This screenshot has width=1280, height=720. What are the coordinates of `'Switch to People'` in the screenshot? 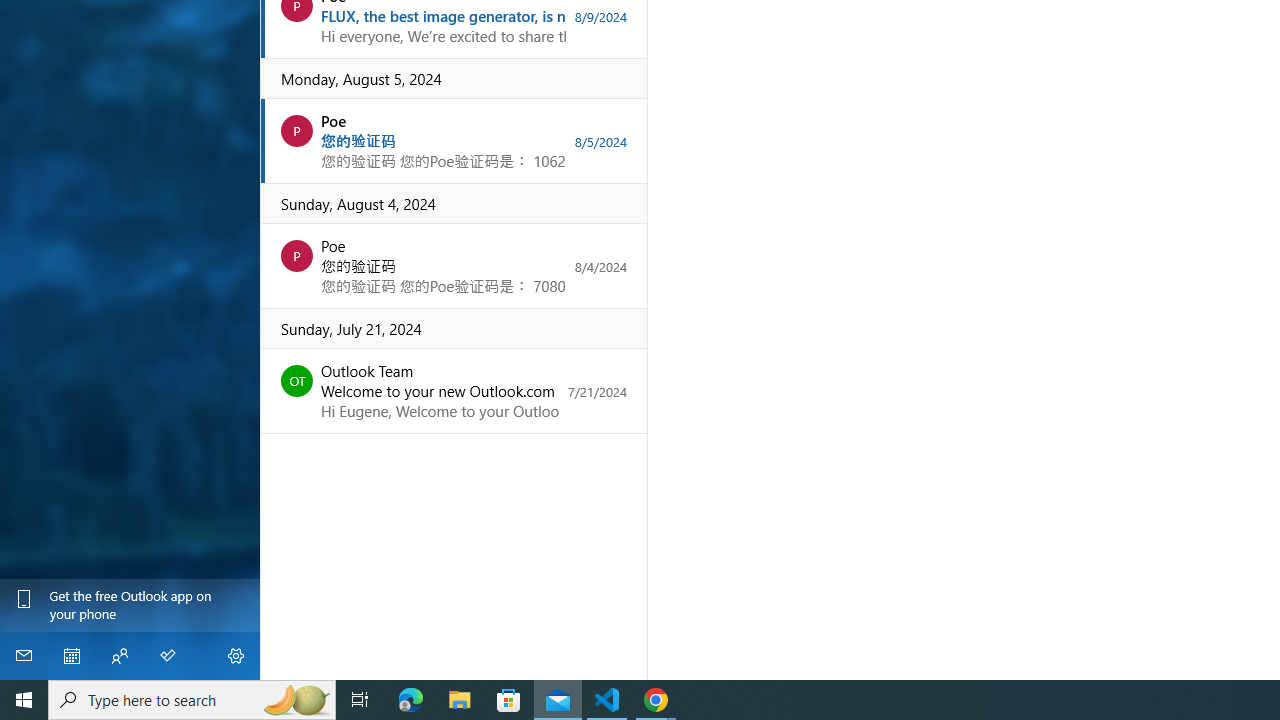 It's located at (118, 655).